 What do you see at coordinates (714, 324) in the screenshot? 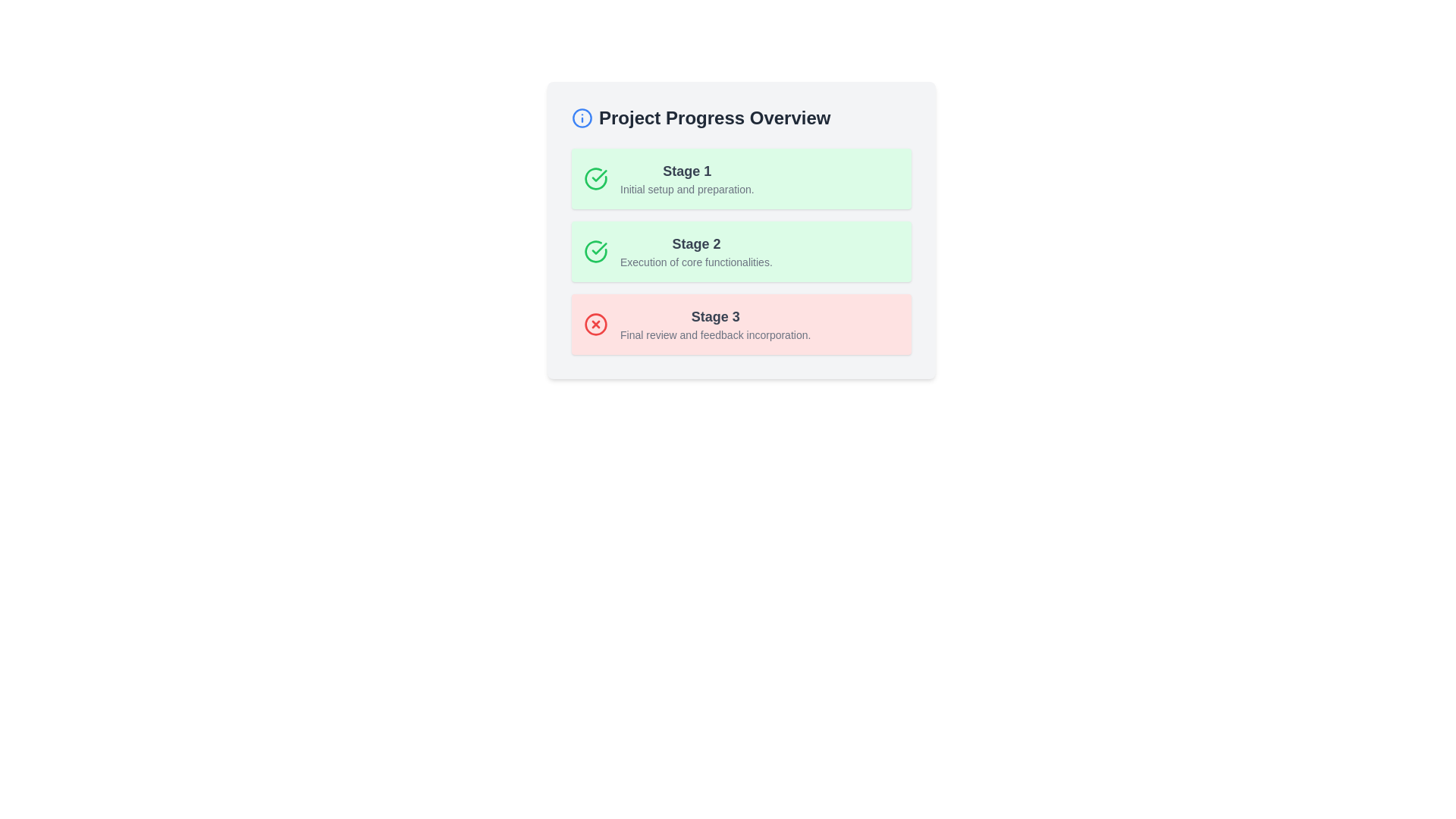
I see `the Label that conveys information about the third stage of the project, located below 'Stage 2' and distinguished by a red circular icon beside the text` at bounding box center [714, 324].